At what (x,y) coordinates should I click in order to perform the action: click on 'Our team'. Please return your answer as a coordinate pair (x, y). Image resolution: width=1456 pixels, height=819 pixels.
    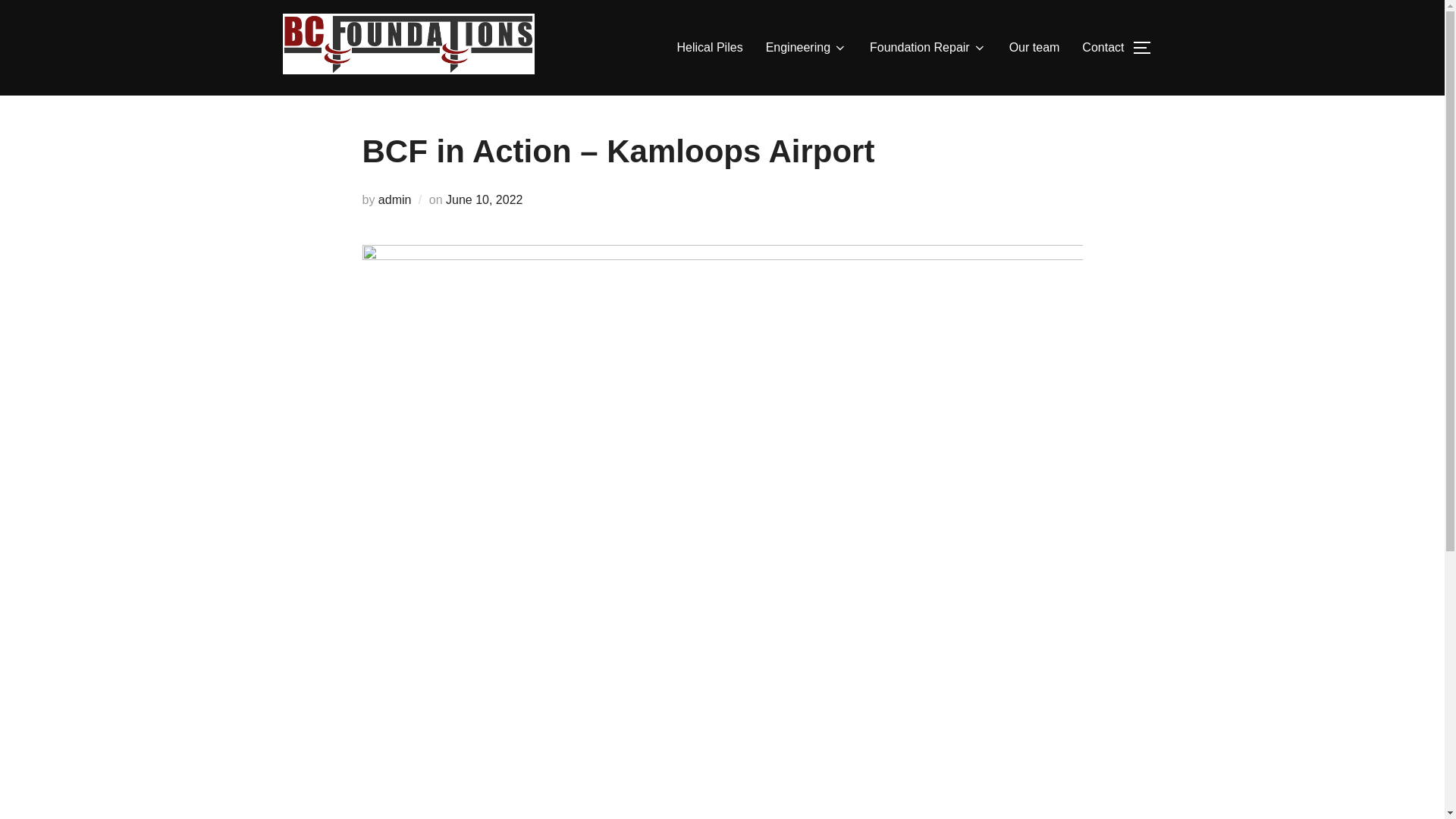
    Looking at the image, I should click on (1034, 46).